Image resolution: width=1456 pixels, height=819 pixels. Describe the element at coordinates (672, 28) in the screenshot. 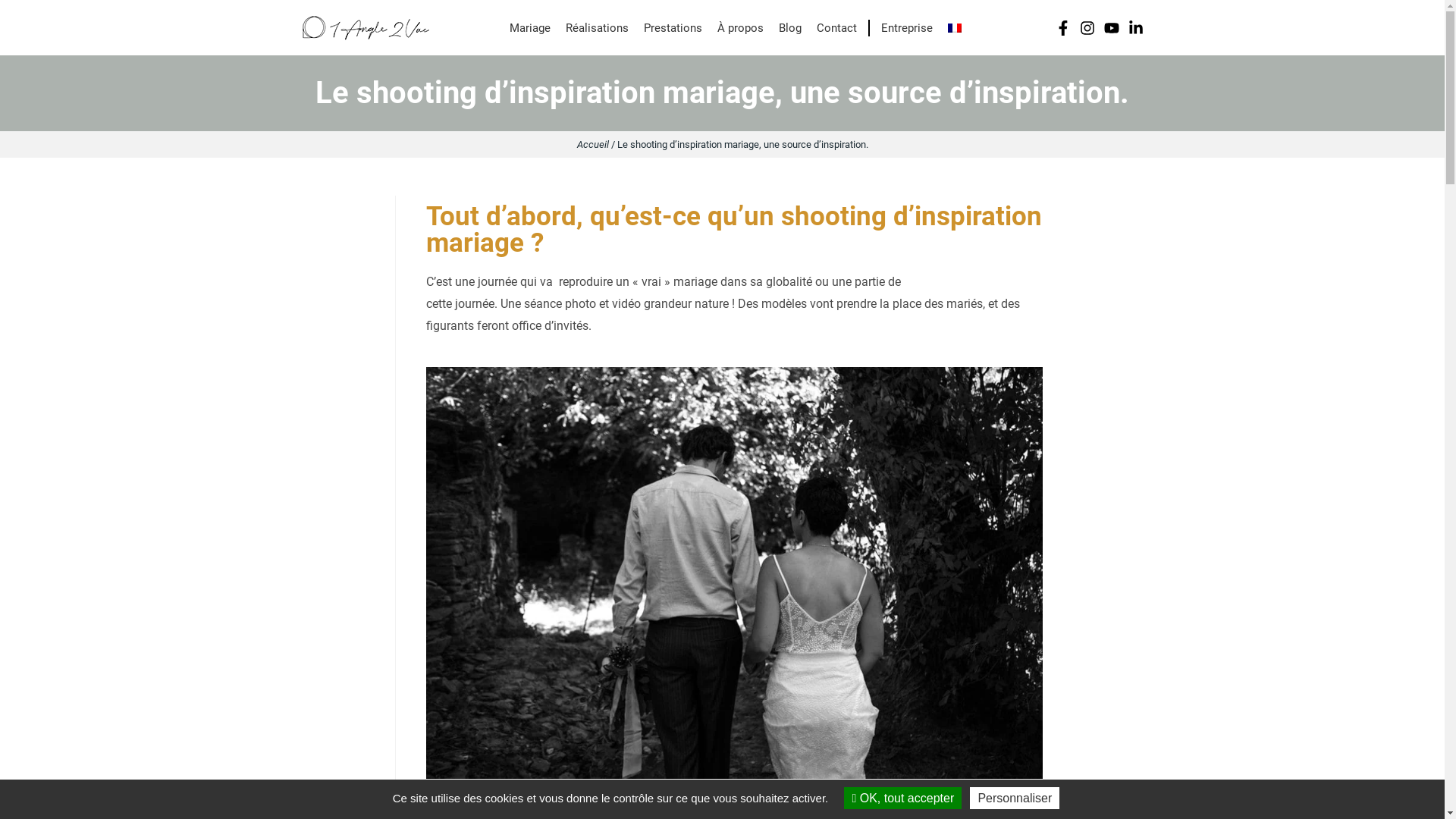

I see `'Prestations'` at that location.